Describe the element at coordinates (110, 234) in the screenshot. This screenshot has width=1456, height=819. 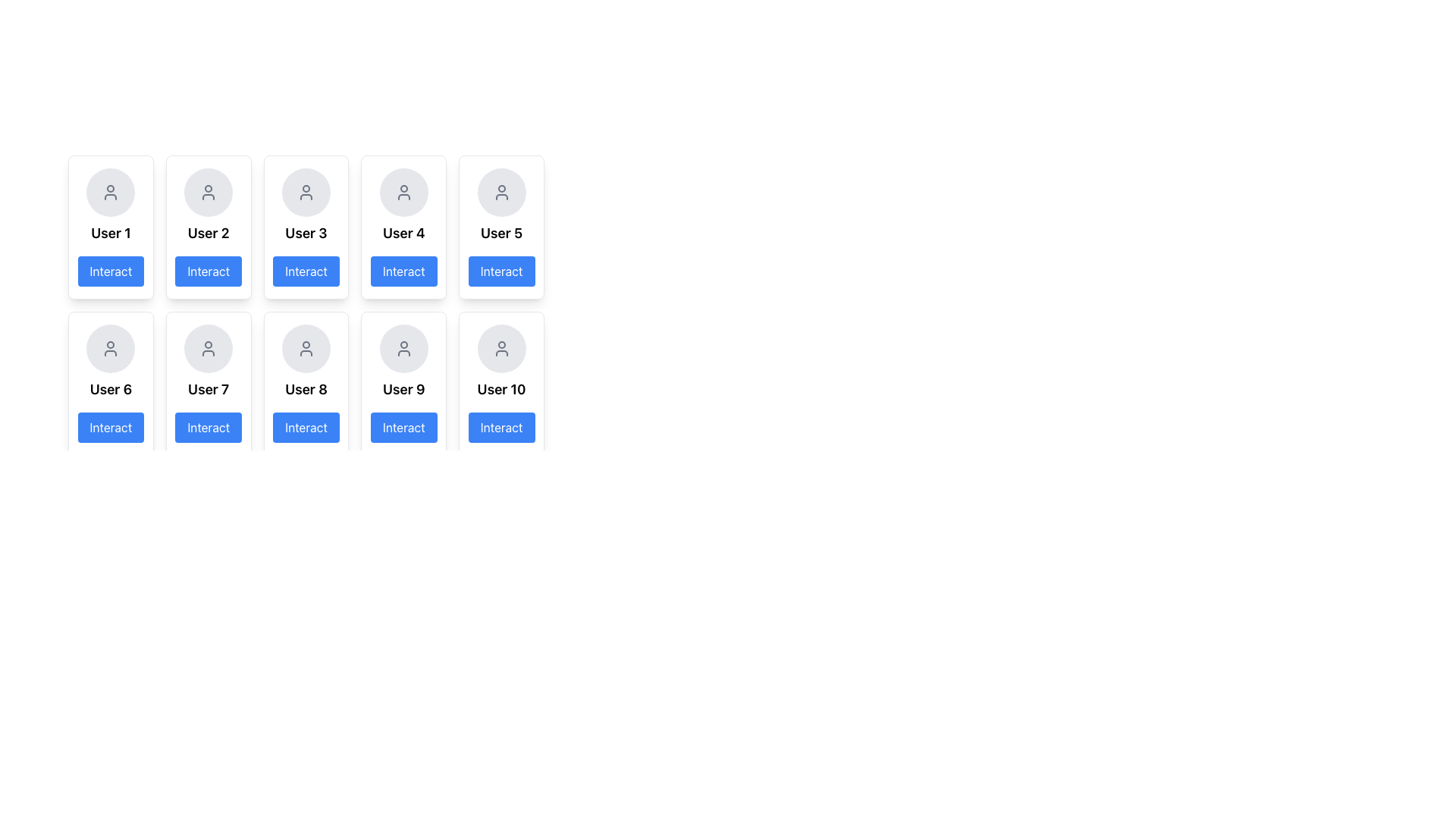
I see `the 'User 1' text label displayed in bold and large font, which is located in the first card of the grid layout, positioned centrally beneath an avatar icon and above the blue 'Interact' button` at that location.